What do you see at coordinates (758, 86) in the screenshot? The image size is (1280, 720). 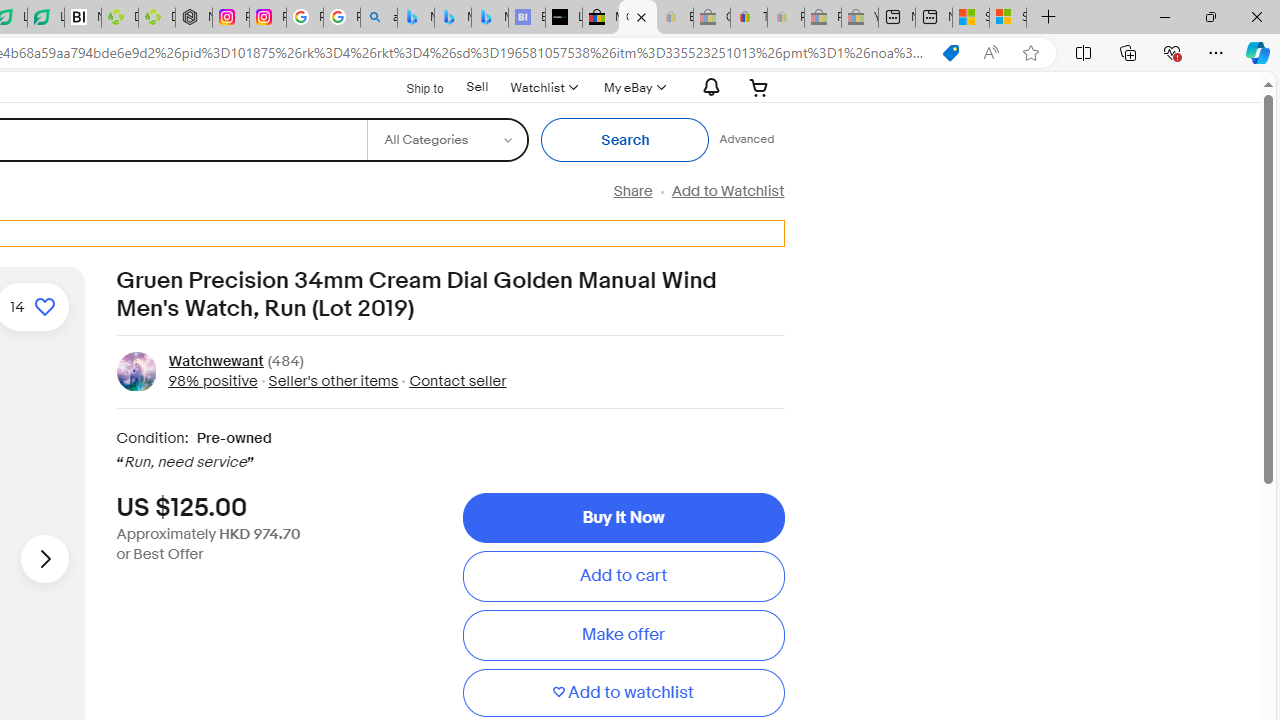 I see `'Your shopping cart'` at bounding box center [758, 86].